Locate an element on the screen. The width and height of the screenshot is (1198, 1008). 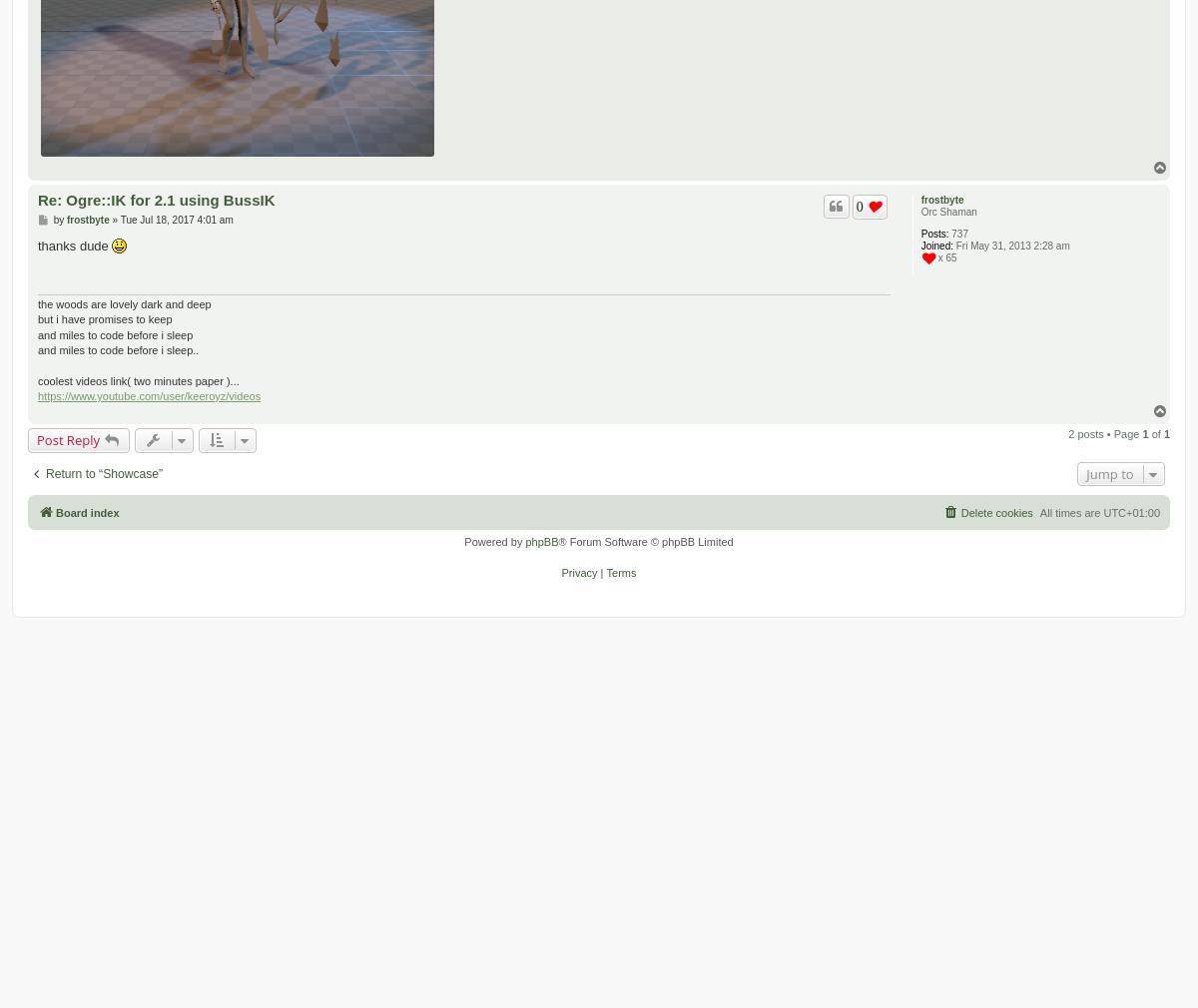
'the woods are lovely dark and deep' is located at coordinates (124, 303).